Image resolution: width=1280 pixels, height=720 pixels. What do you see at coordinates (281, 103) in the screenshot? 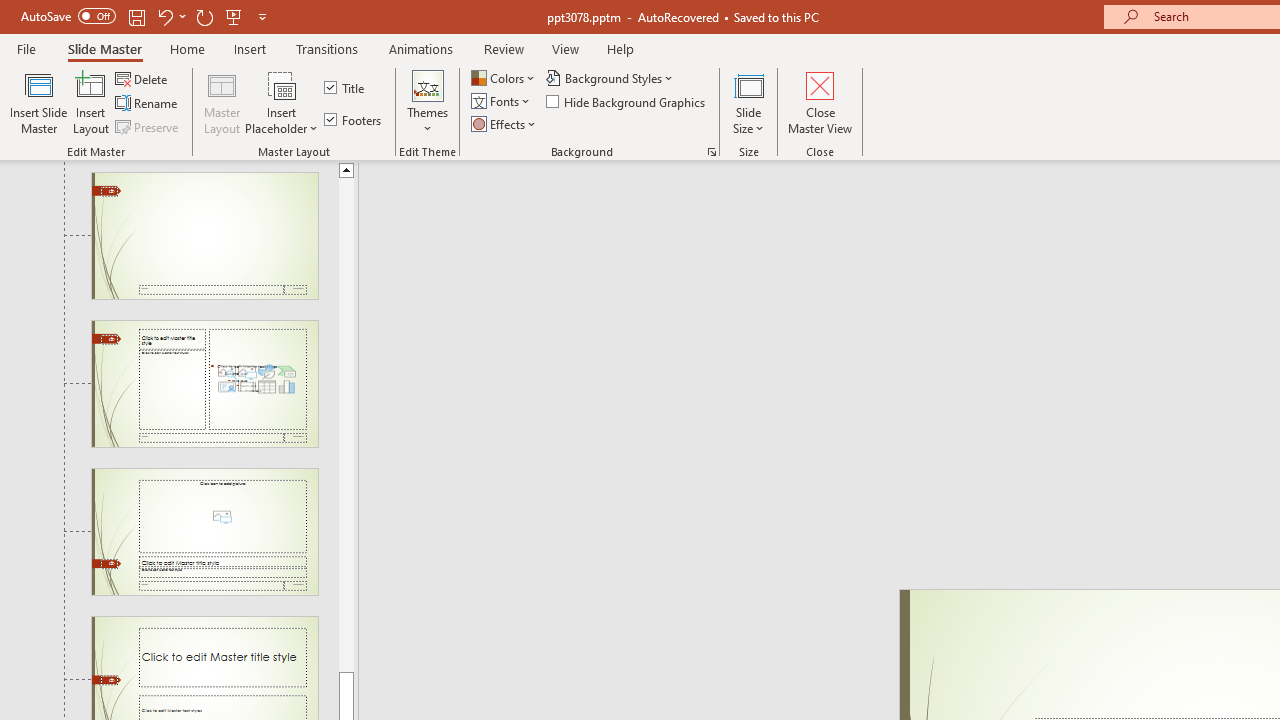
I see `'Insert Placeholder'` at bounding box center [281, 103].